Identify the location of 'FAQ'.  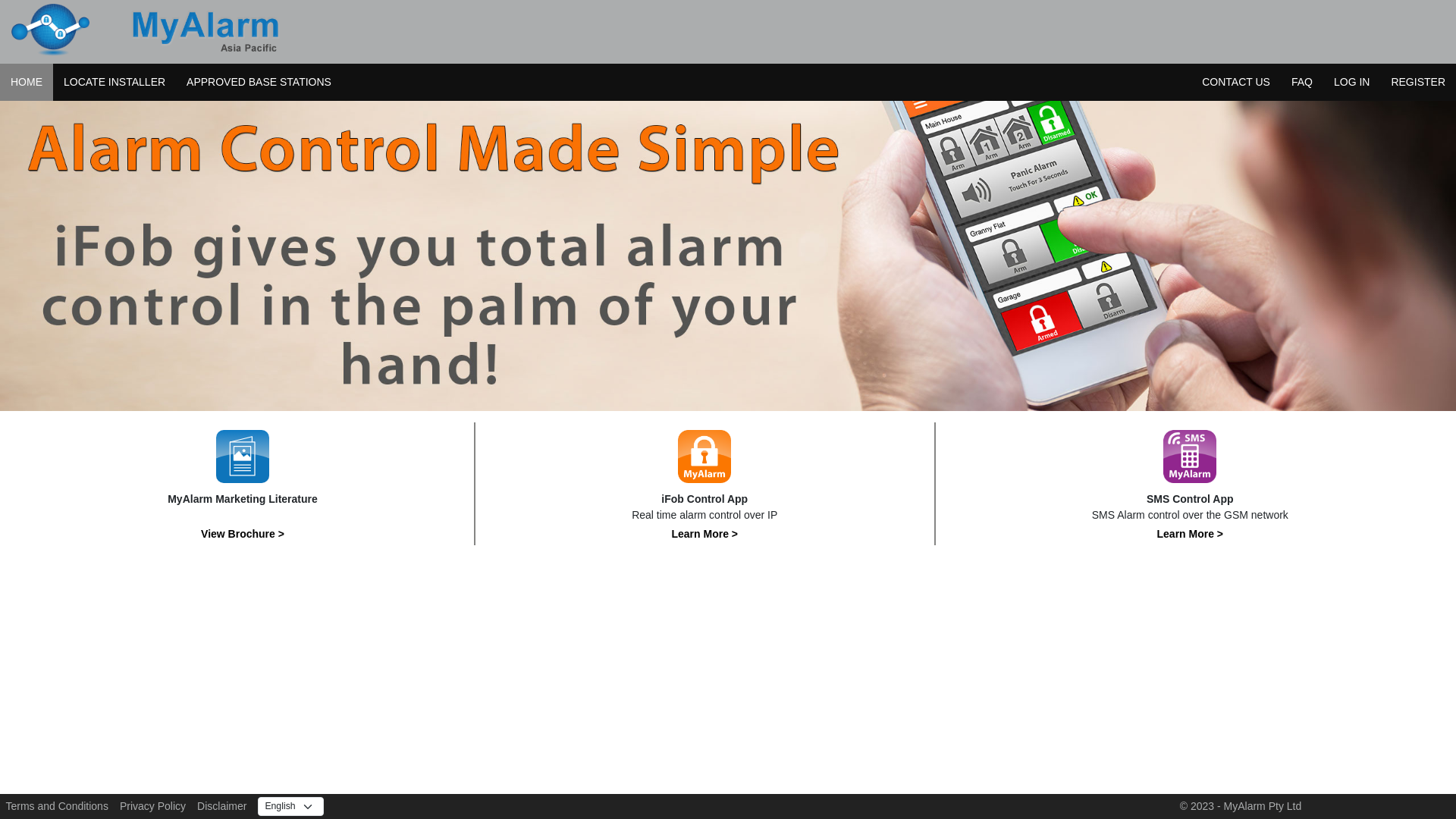
(1301, 82).